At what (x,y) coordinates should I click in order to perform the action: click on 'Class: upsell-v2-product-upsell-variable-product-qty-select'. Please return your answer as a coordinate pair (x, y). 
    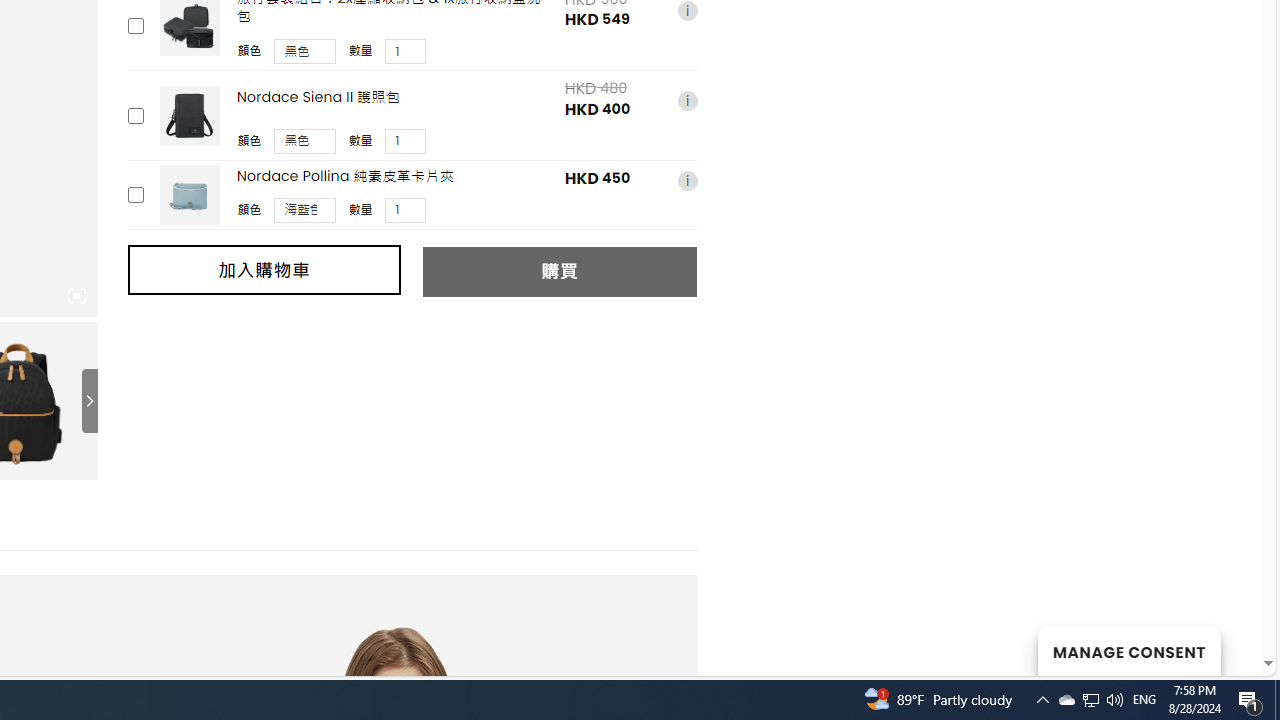
    Looking at the image, I should click on (405, 210).